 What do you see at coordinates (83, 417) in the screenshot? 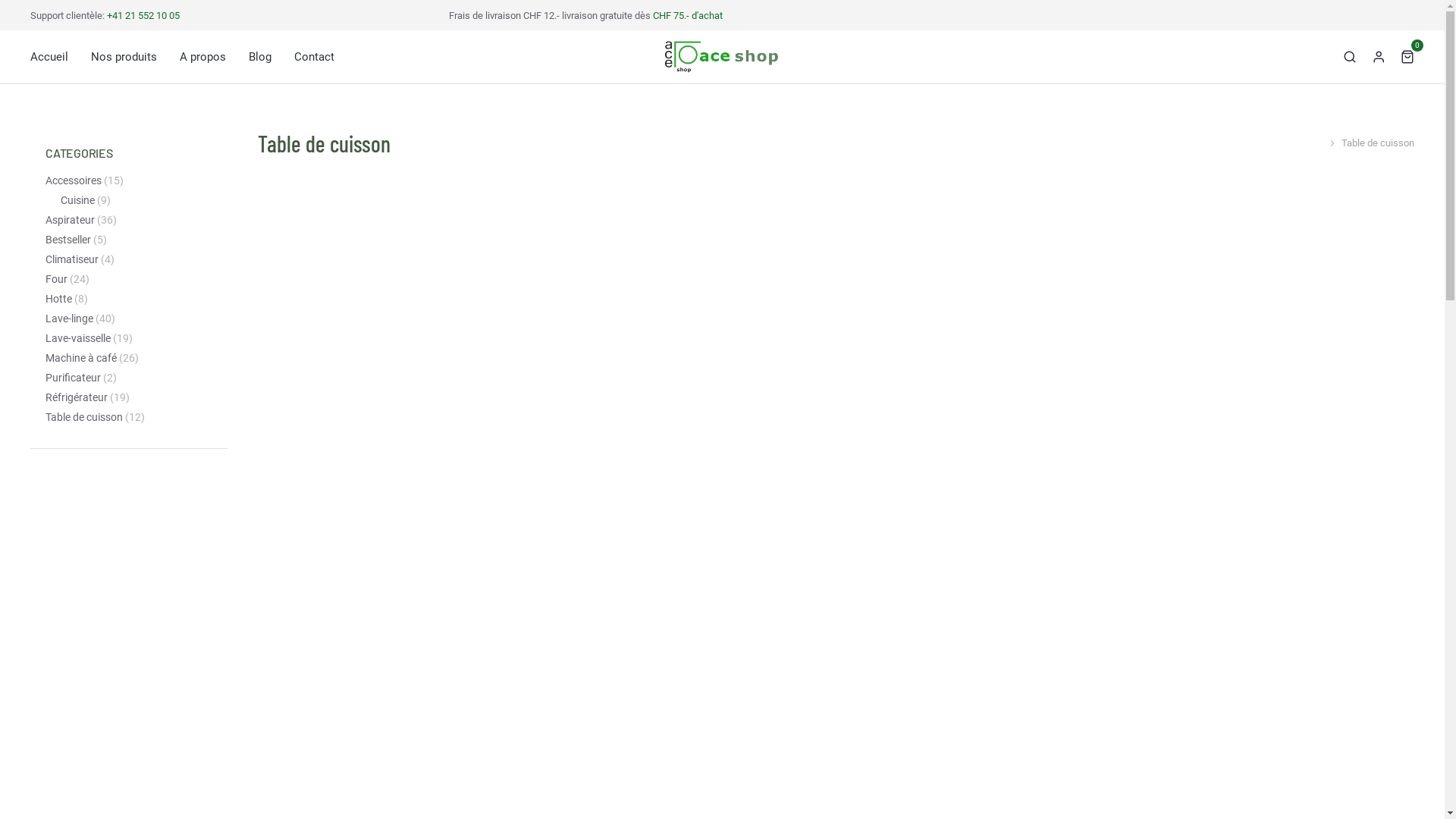
I see `'Table de cuisson'` at bounding box center [83, 417].